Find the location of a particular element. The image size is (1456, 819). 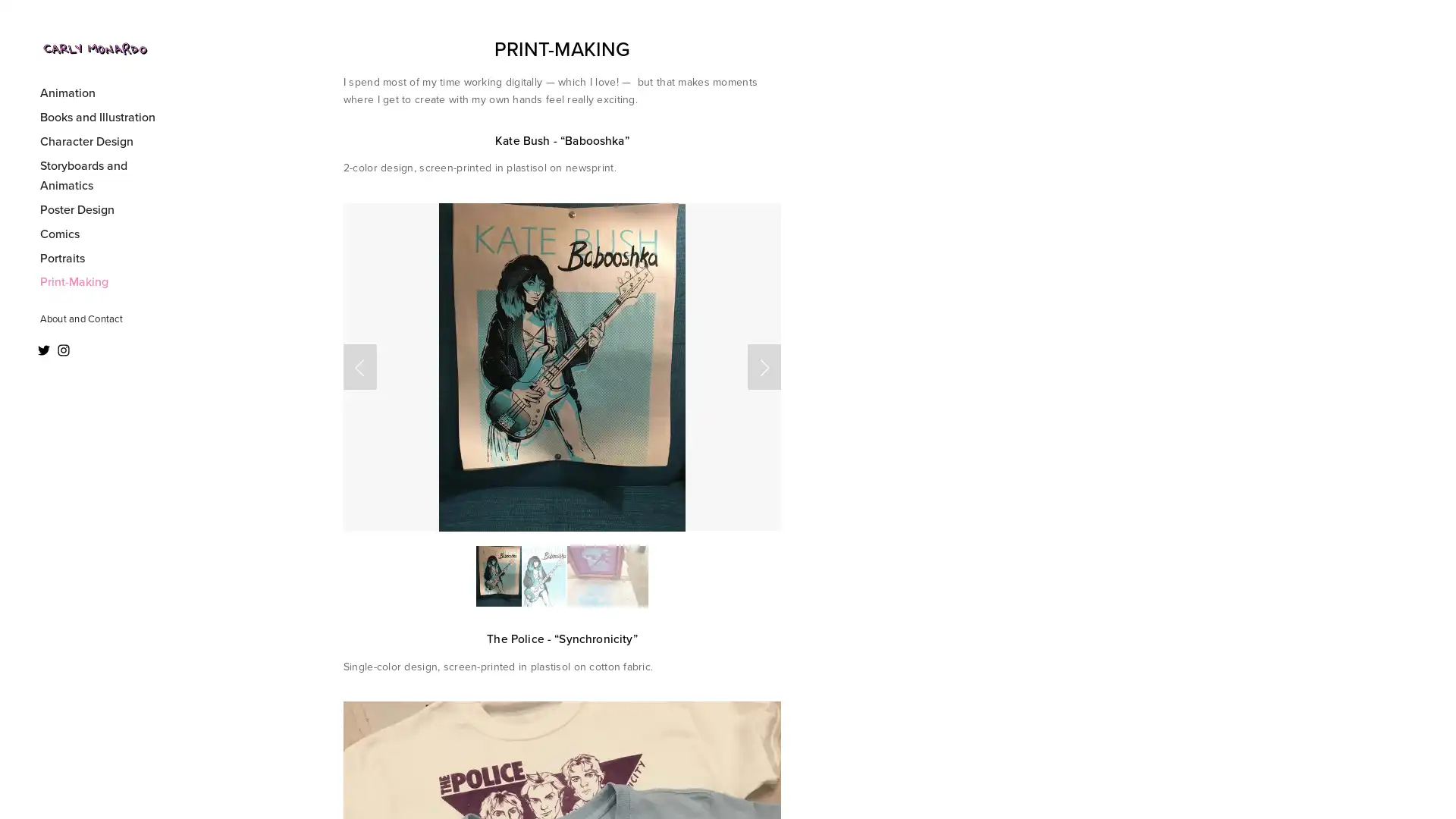

Slide 2 is located at coordinates (544, 576).